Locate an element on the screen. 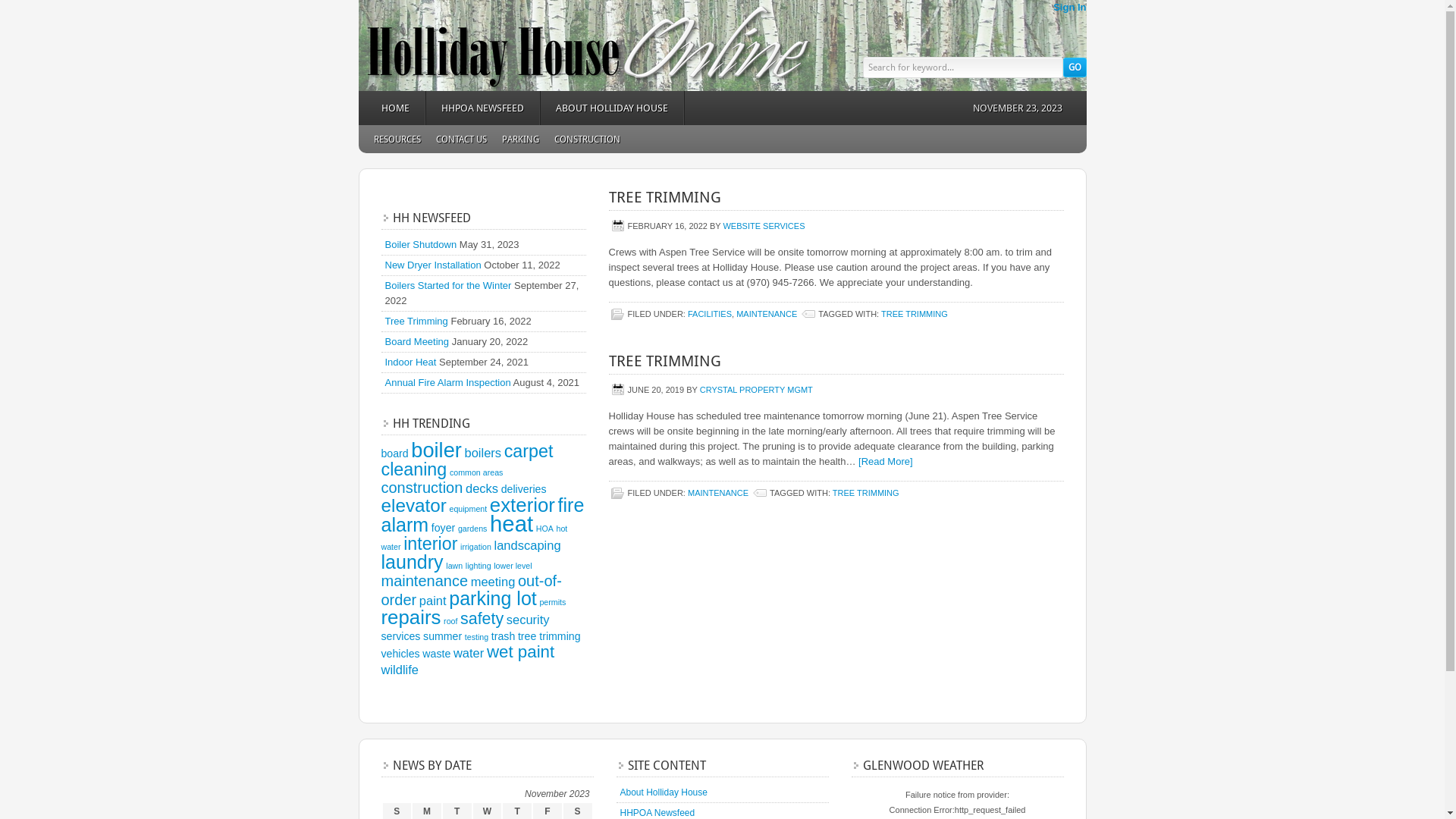  'water' is located at coordinates (468, 651).